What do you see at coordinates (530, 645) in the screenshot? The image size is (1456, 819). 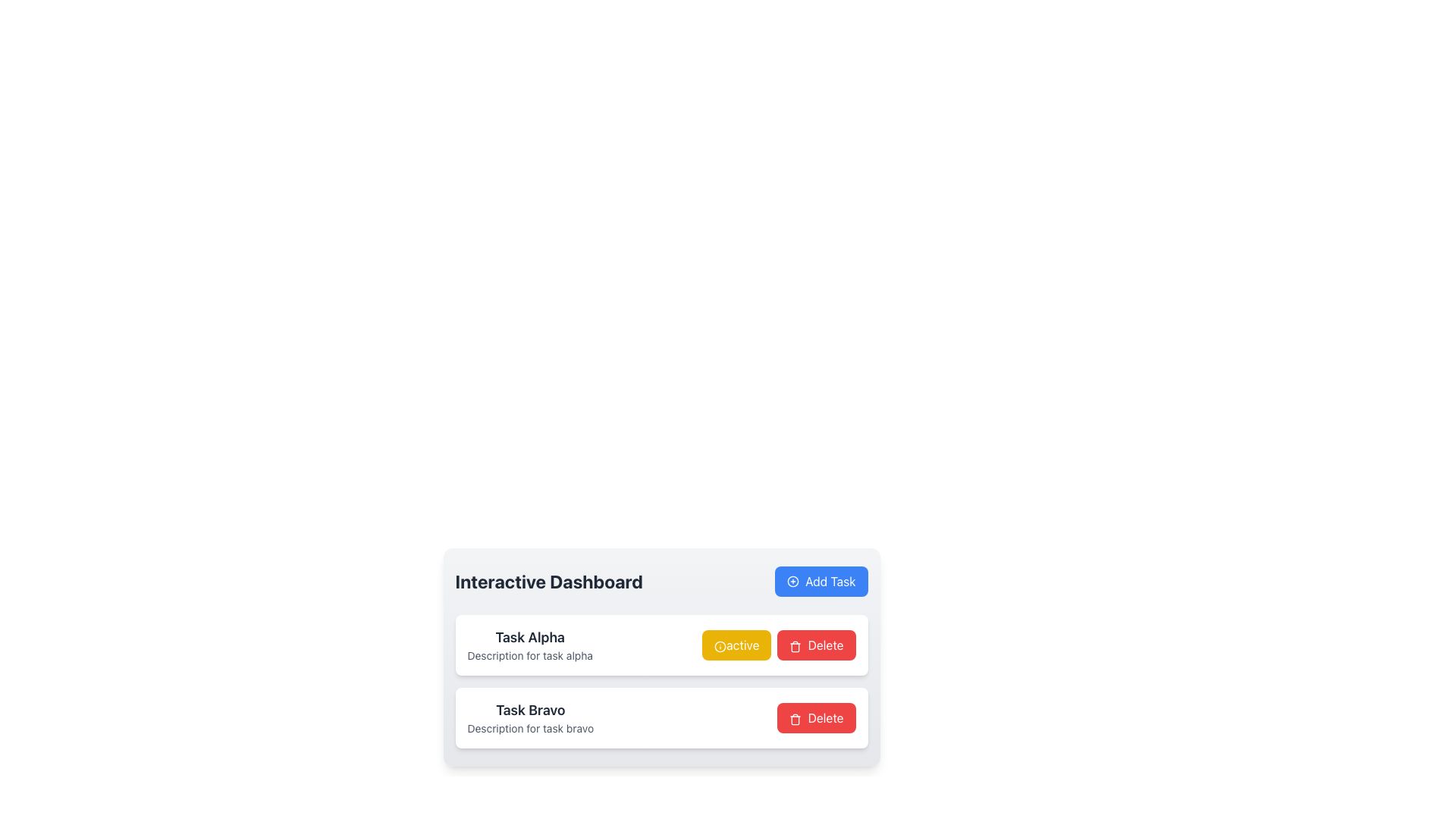 I see `text displayed in the task descriptor element labeled 'Task Alpha' with its description 'Description for task alpha'` at bounding box center [530, 645].